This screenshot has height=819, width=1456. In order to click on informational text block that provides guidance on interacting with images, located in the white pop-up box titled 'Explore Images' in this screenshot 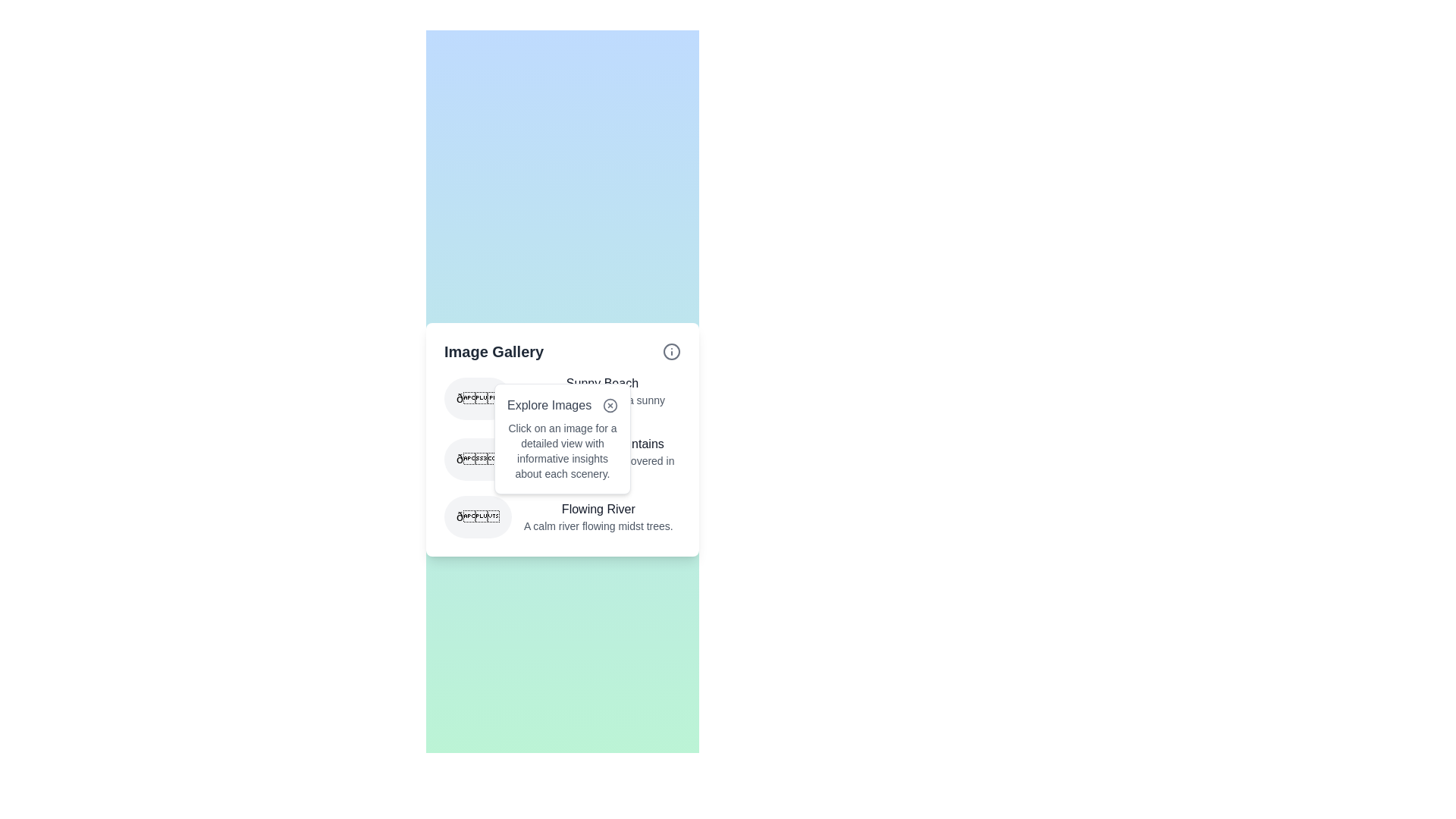, I will do `click(562, 450)`.